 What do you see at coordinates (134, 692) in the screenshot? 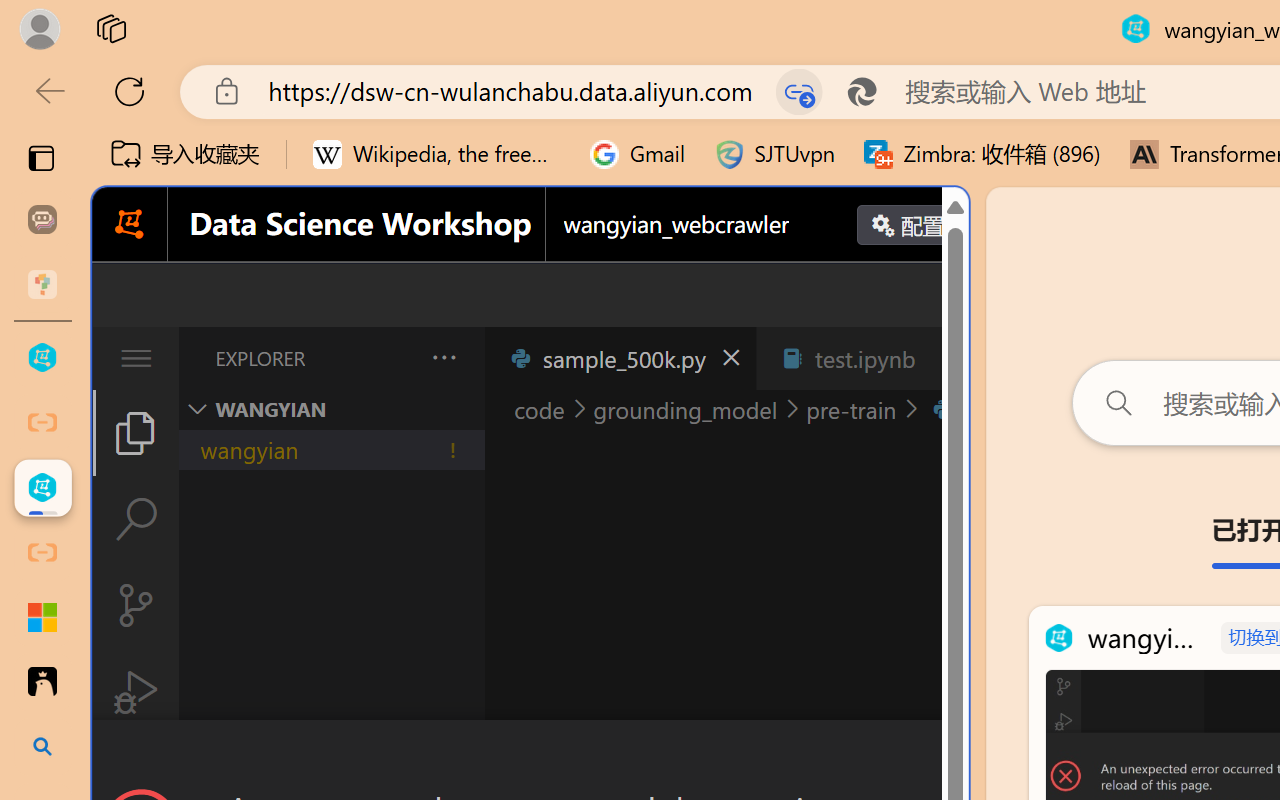
I see `'Run and Debug (Ctrl+Shift+D)'` at bounding box center [134, 692].